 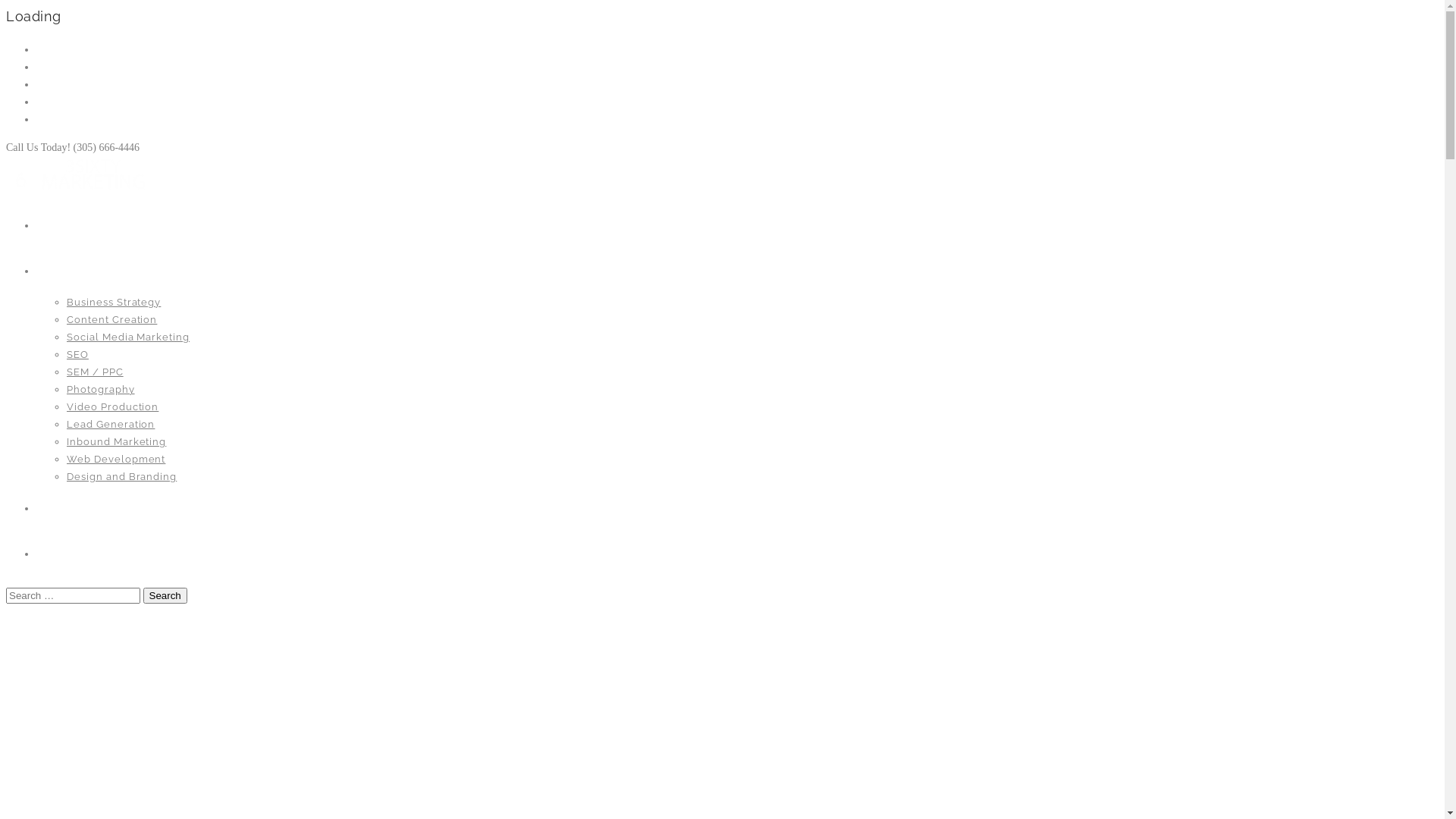 What do you see at coordinates (121, 475) in the screenshot?
I see `'Design and Branding'` at bounding box center [121, 475].